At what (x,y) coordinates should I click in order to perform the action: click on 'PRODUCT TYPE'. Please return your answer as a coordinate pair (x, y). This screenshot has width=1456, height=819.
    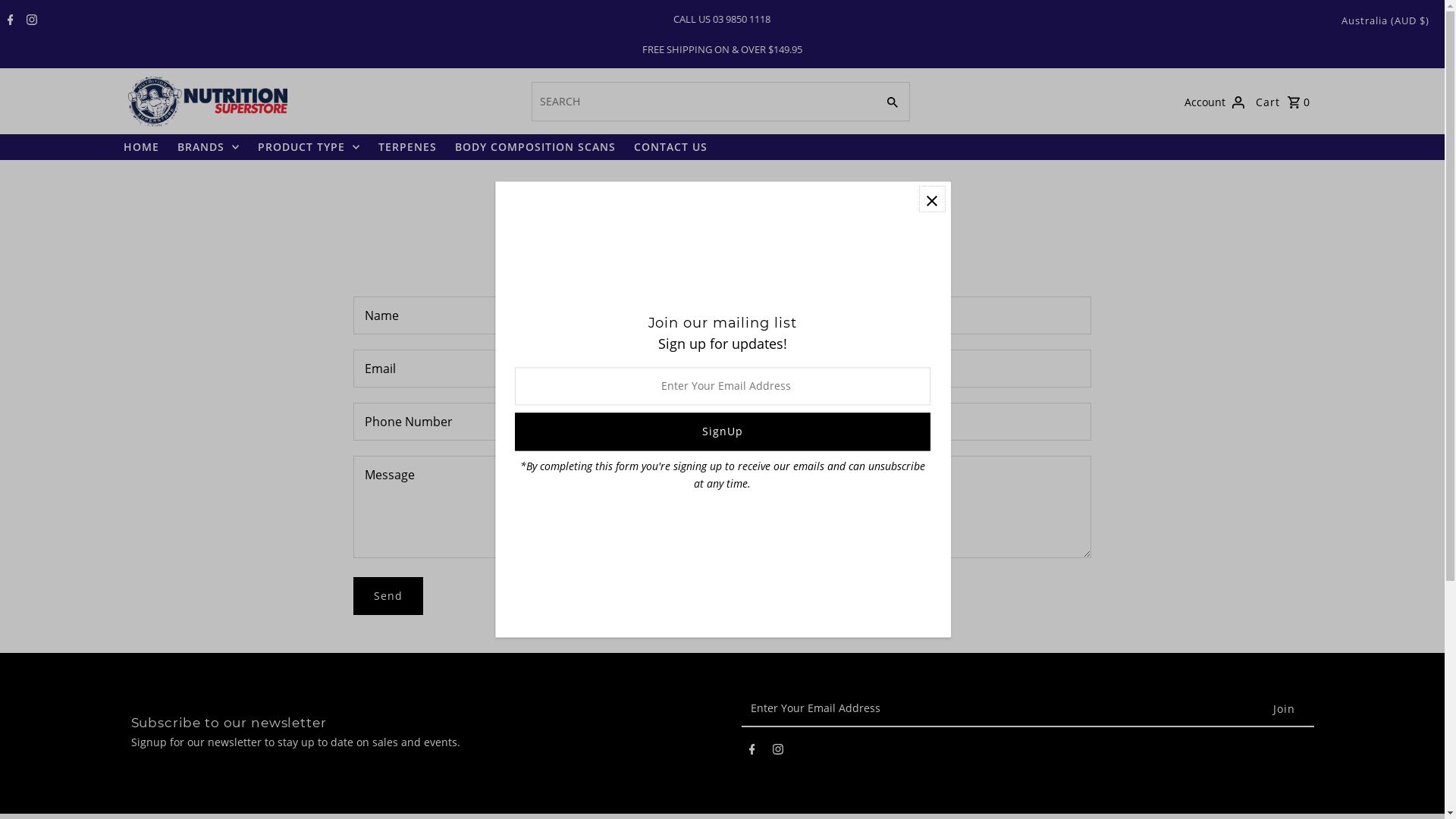
    Looking at the image, I should click on (250, 146).